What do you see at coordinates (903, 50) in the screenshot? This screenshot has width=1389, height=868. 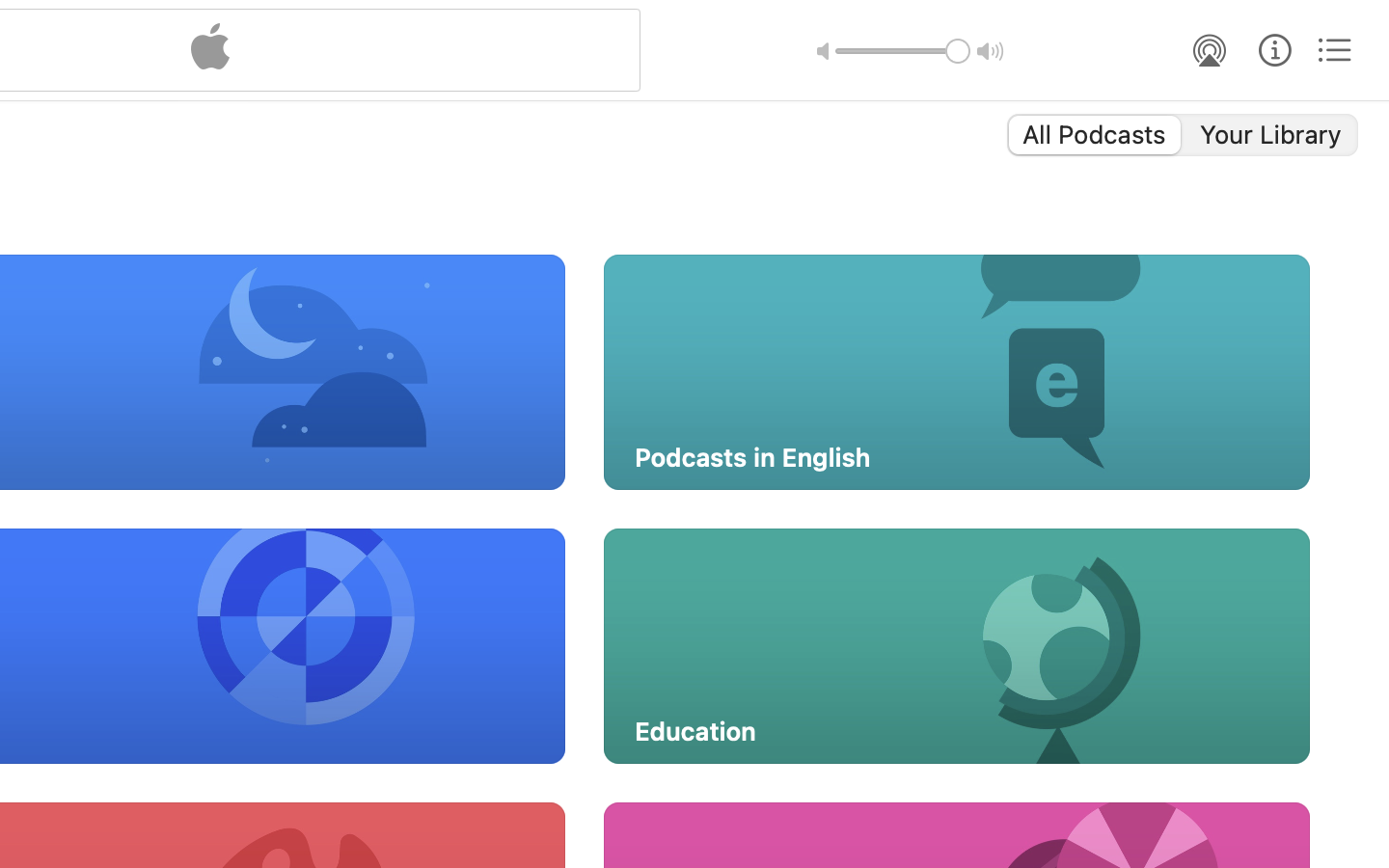 I see `'1.0'` at bounding box center [903, 50].